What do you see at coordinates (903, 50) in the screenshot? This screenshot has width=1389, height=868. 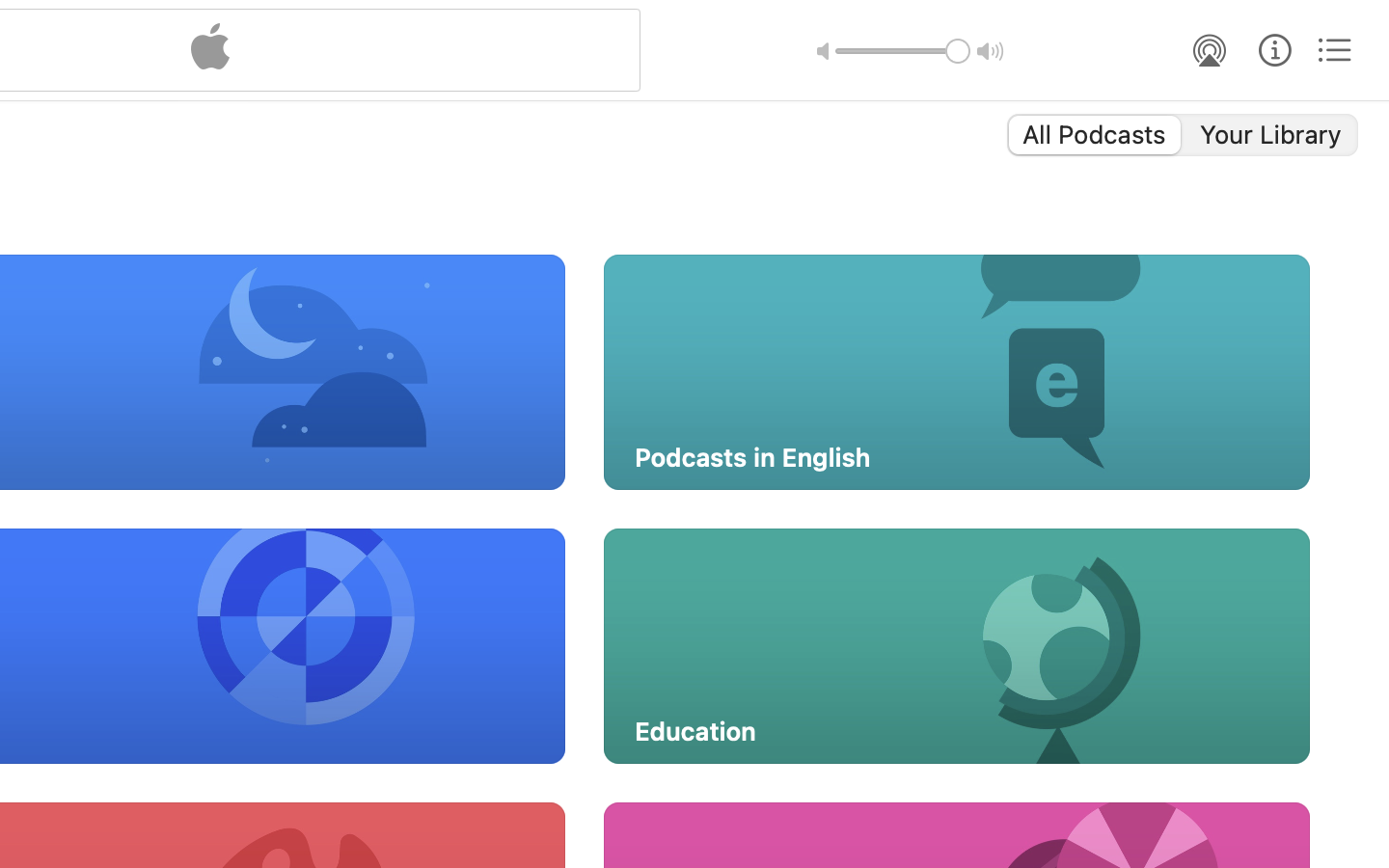 I see `'1.0'` at bounding box center [903, 50].